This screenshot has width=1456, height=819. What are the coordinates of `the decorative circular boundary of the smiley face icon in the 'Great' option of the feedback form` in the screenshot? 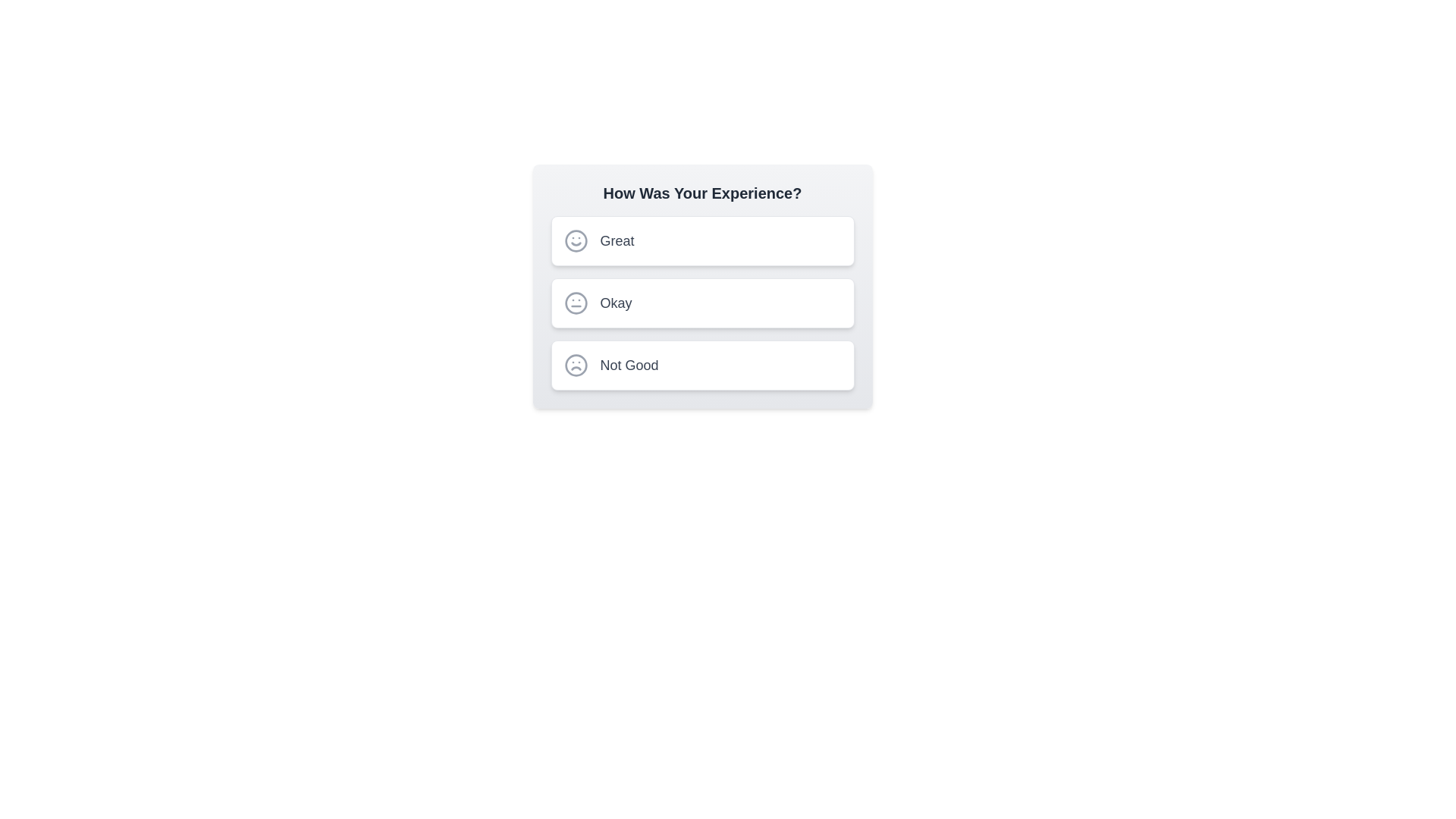 It's located at (575, 240).